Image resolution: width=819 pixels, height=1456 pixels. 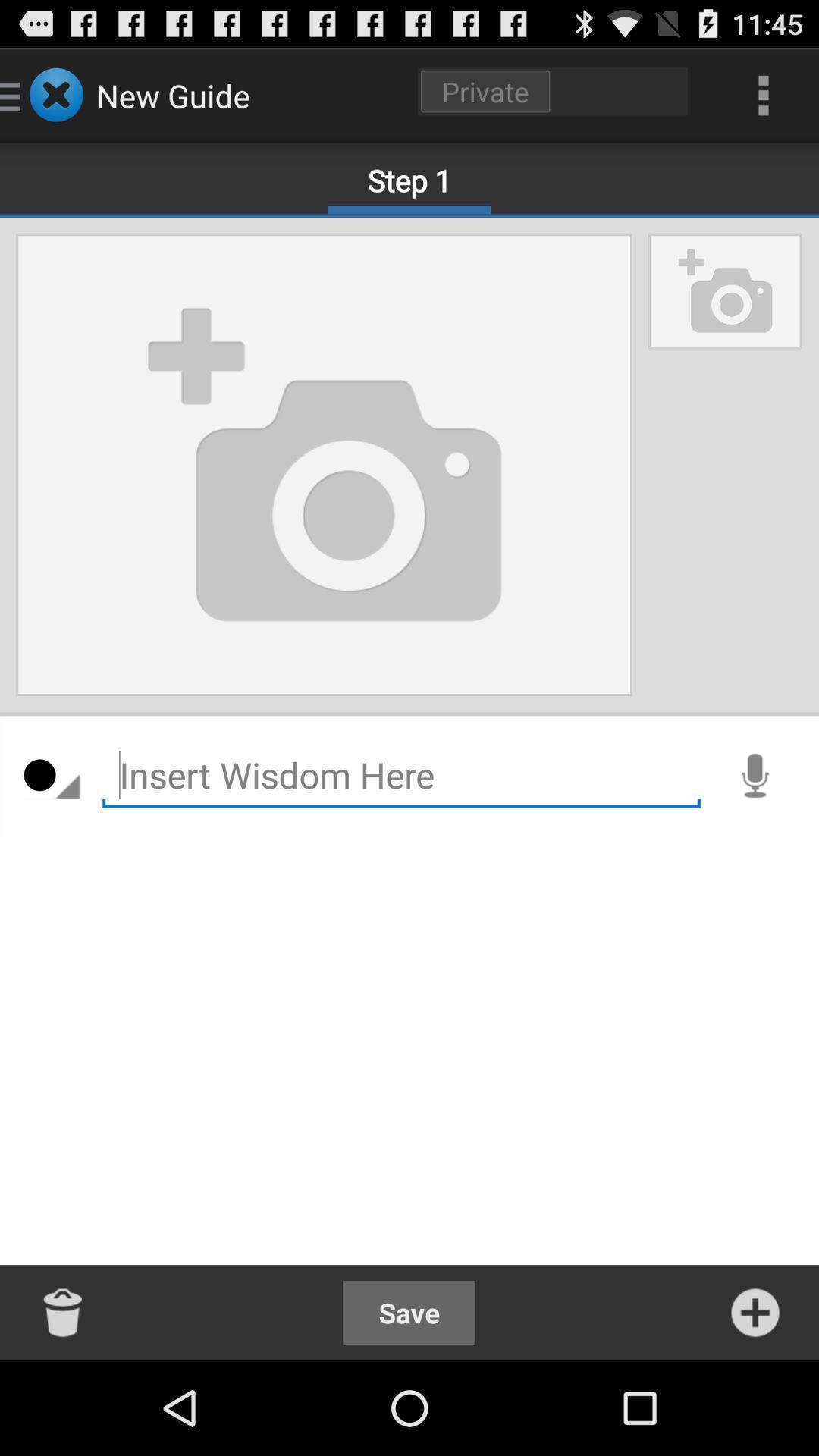 I want to click on switch private optipn, so click(x=553, y=90).